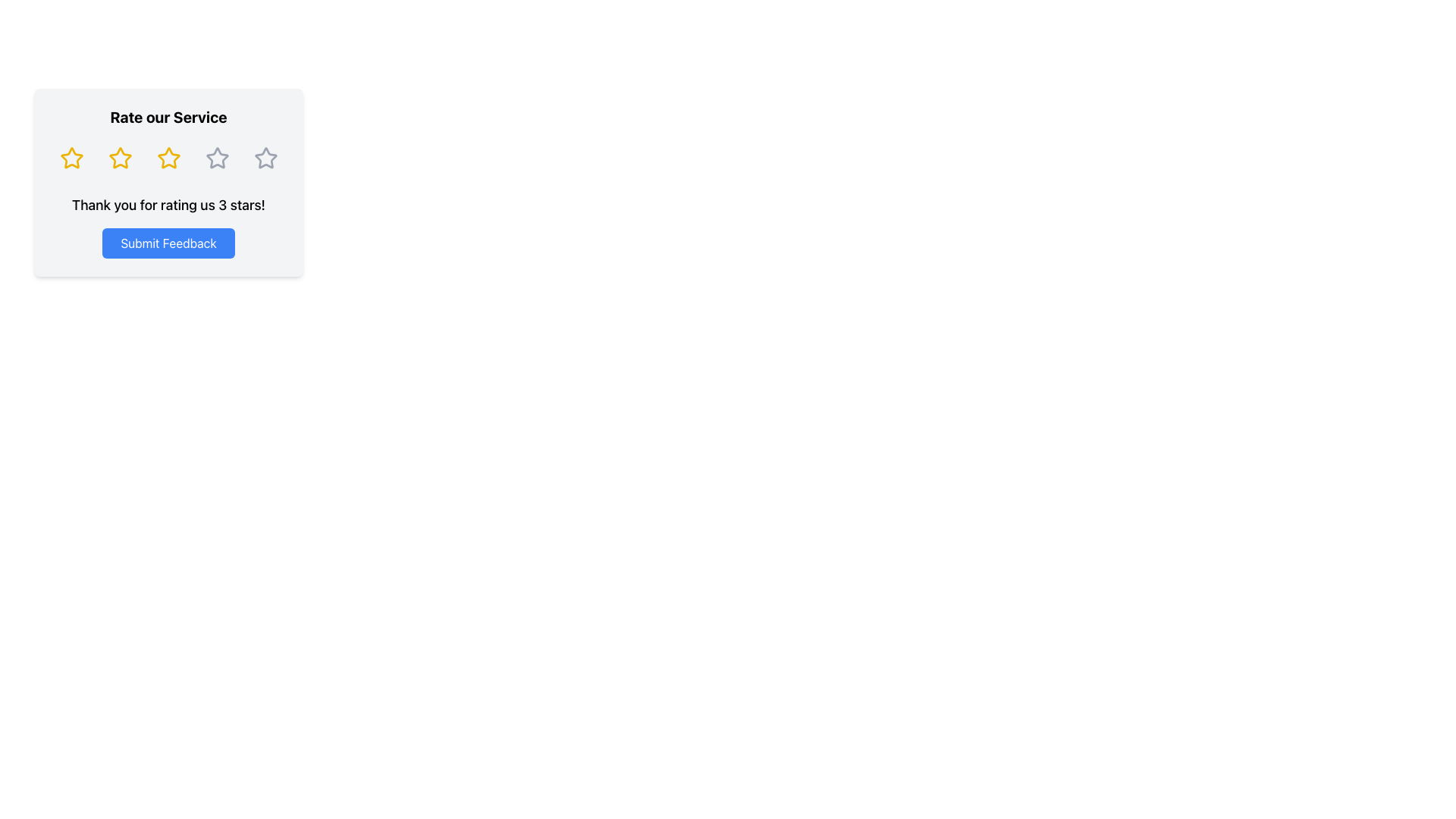  What do you see at coordinates (168, 158) in the screenshot?
I see `the third star icon in the 'Rate our Service' feedback mechanism` at bounding box center [168, 158].